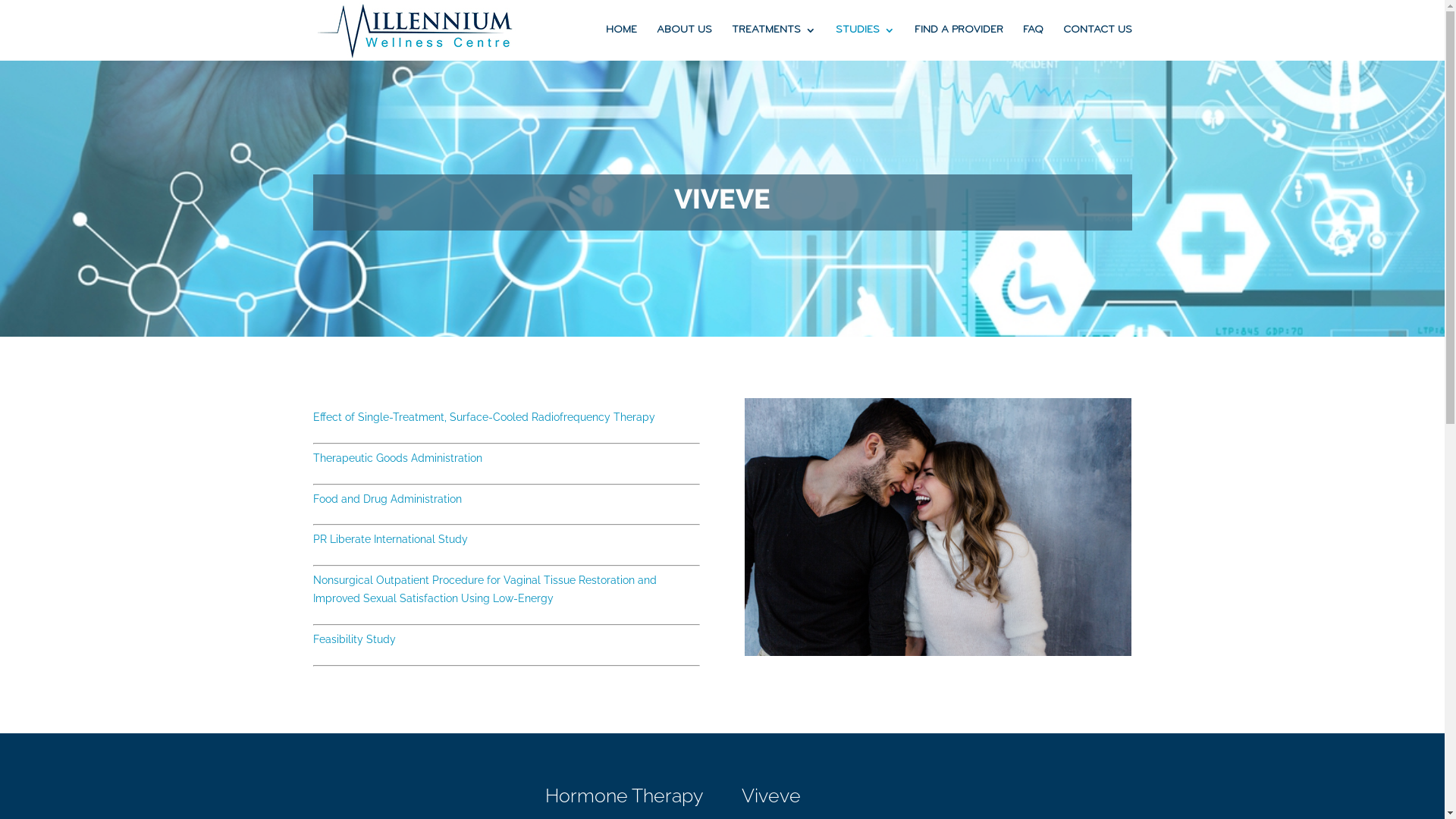 This screenshot has height=819, width=1456. Describe the element at coordinates (770, 795) in the screenshot. I see `'Viveve'` at that location.